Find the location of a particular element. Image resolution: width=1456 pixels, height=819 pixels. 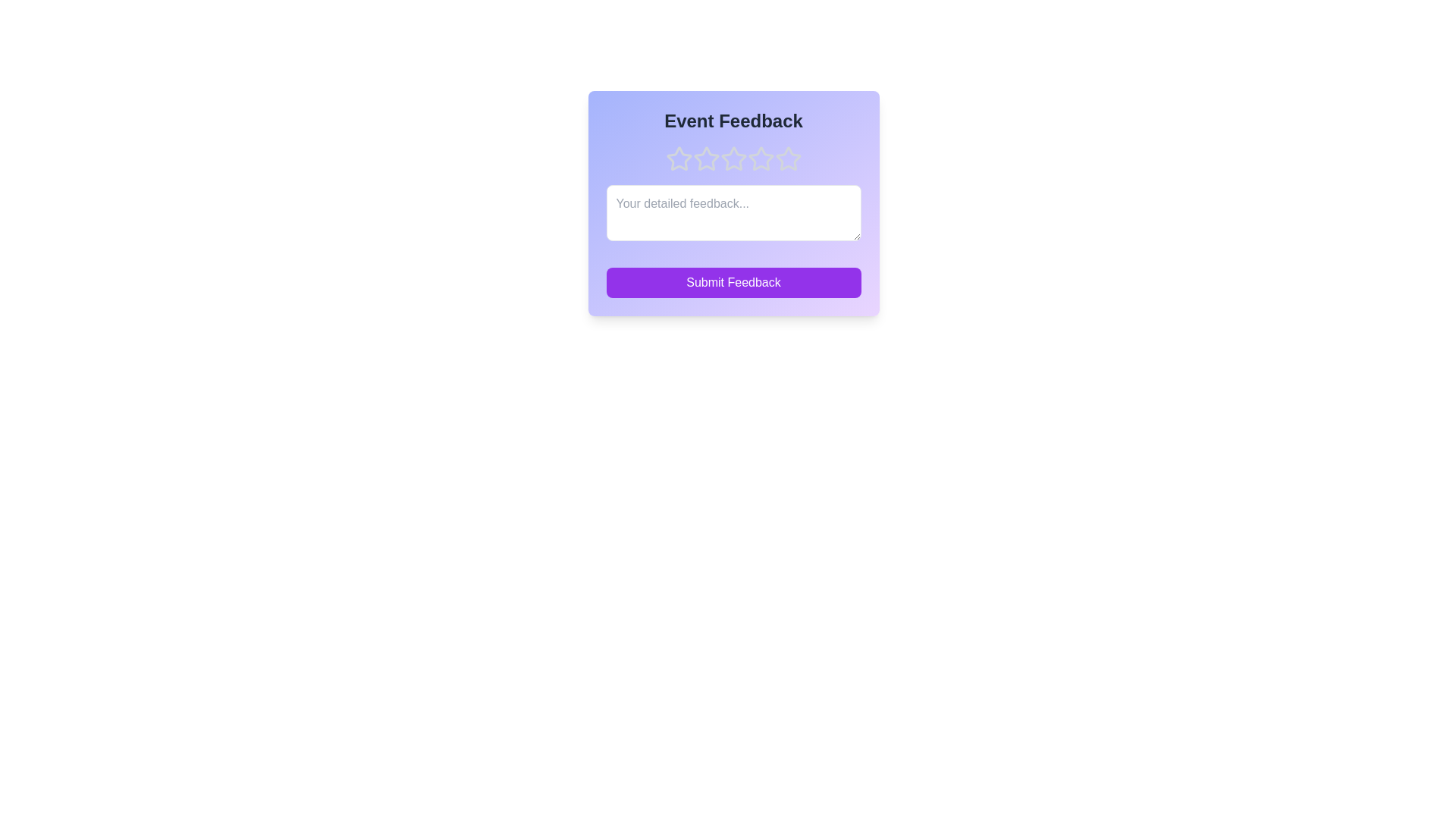

the rating to 2 stars by clicking on the corresponding star is located at coordinates (705, 158).